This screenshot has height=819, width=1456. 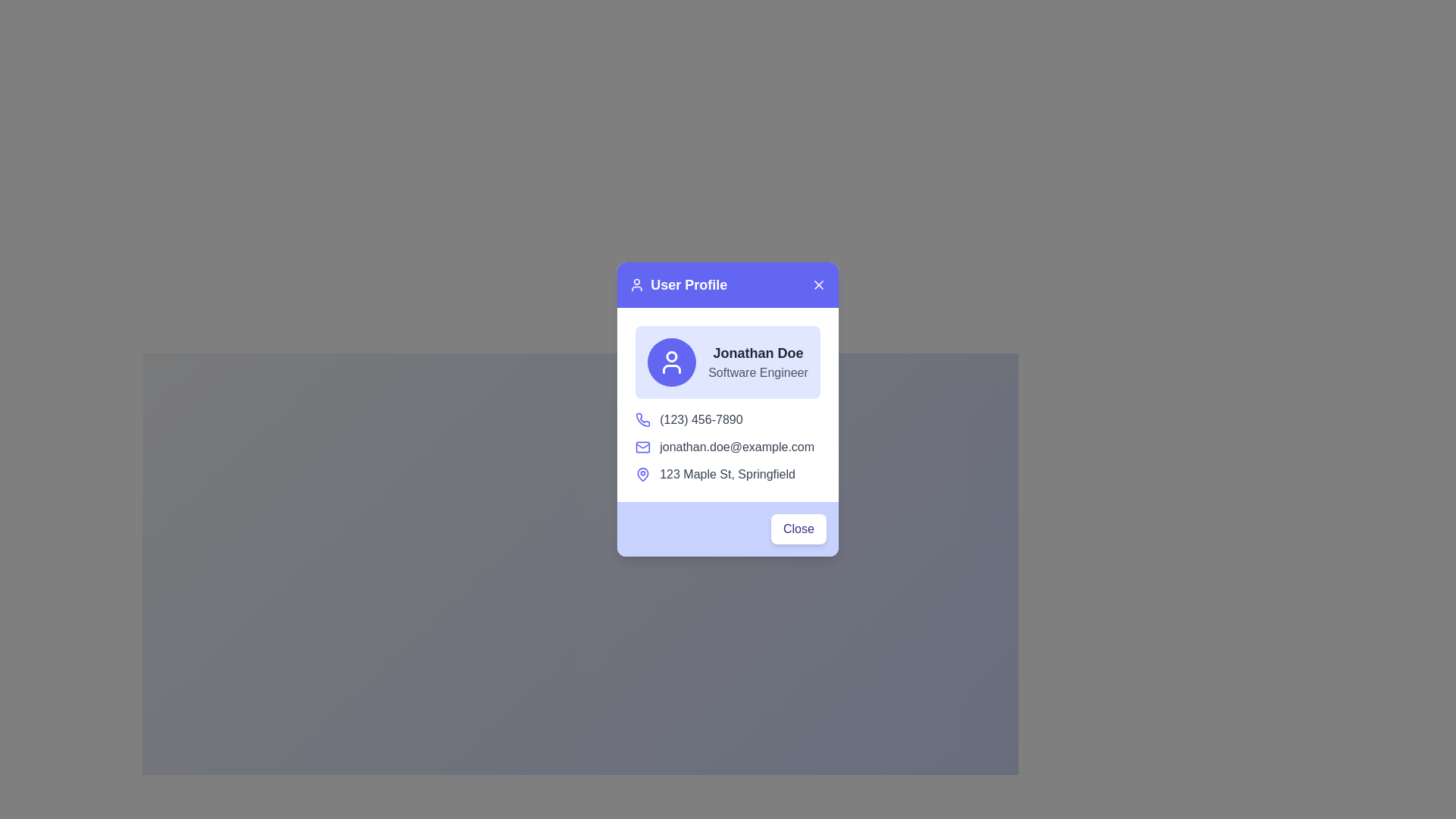 I want to click on the text block displaying the user's full name and professional designation, which is located within the user profile card beneath the circular user icon, so click(x=758, y=362).